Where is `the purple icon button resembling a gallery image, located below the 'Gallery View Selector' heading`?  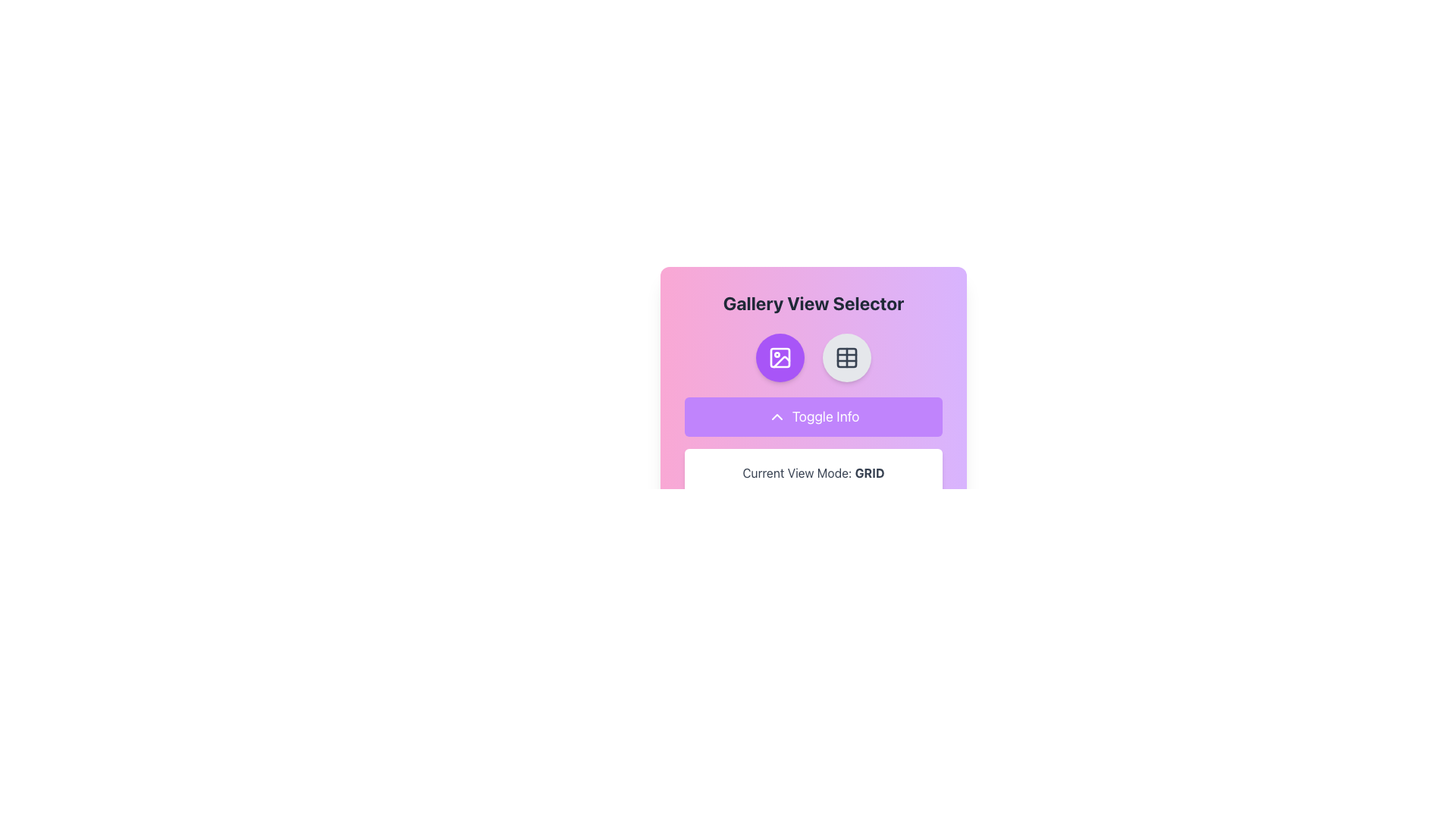
the purple icon button resembling a gallery image, located below the 'Gallery View Selector' heading is located at coordinates (780, 357).